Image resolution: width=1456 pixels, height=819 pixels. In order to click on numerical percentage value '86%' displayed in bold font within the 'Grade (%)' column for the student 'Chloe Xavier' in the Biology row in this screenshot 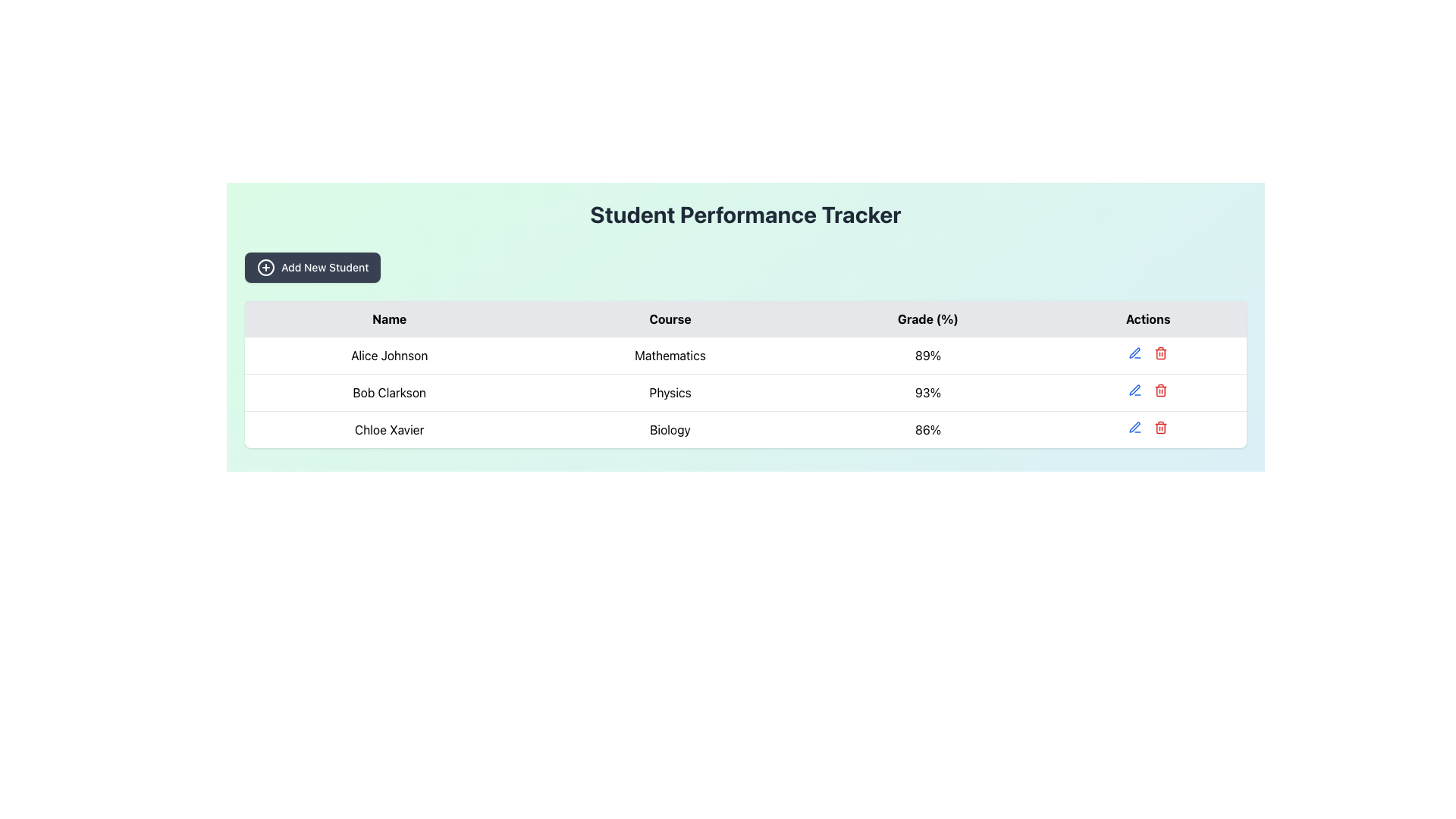, I will do `click(927, 429)`.